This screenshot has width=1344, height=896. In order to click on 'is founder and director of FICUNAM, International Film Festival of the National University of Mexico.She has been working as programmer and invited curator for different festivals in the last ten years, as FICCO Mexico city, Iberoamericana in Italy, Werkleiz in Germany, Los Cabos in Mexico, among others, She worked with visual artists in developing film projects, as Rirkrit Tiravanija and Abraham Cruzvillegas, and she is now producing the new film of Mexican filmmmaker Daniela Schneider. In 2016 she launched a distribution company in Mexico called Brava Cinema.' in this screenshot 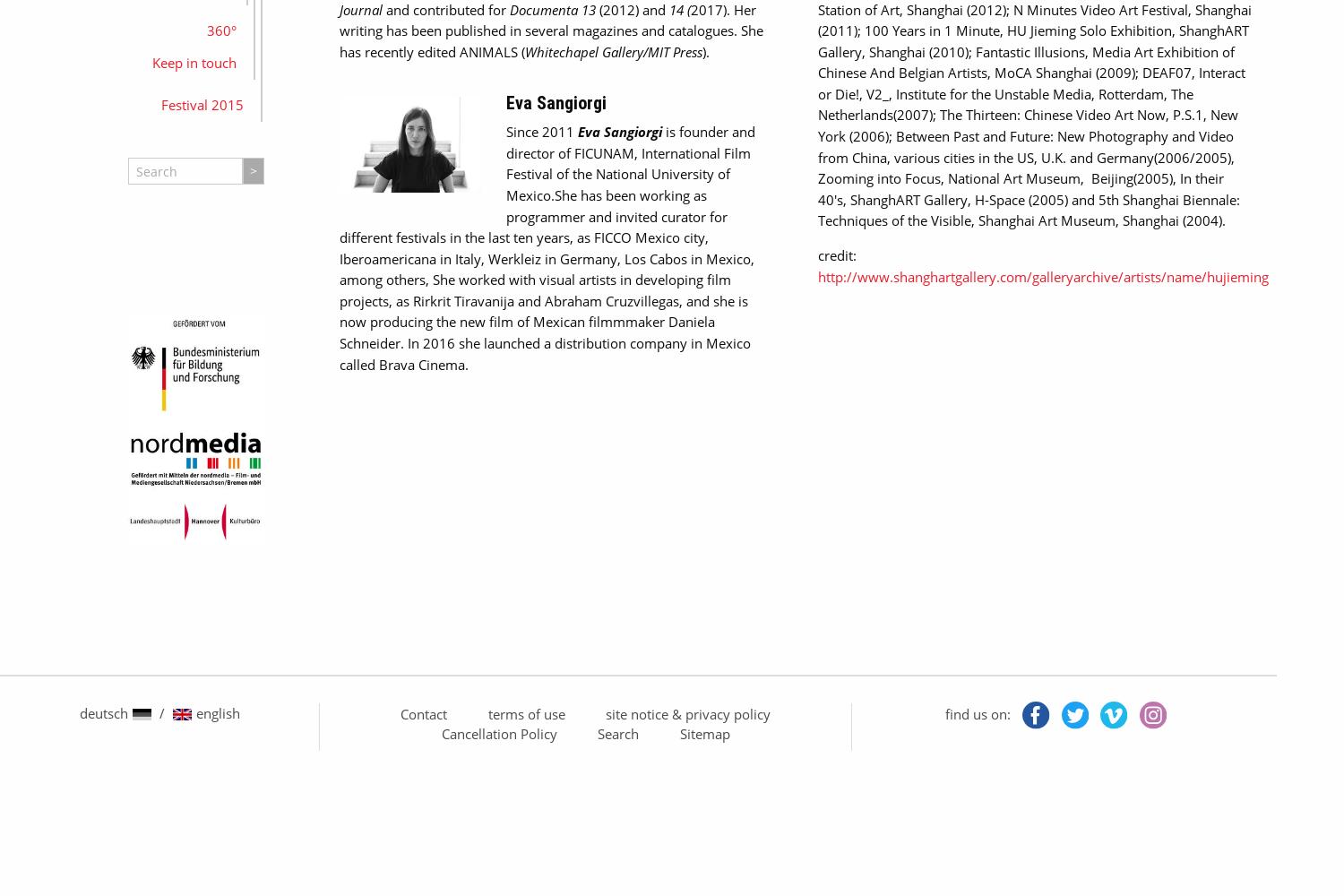, I will do `click(546, 247)`.